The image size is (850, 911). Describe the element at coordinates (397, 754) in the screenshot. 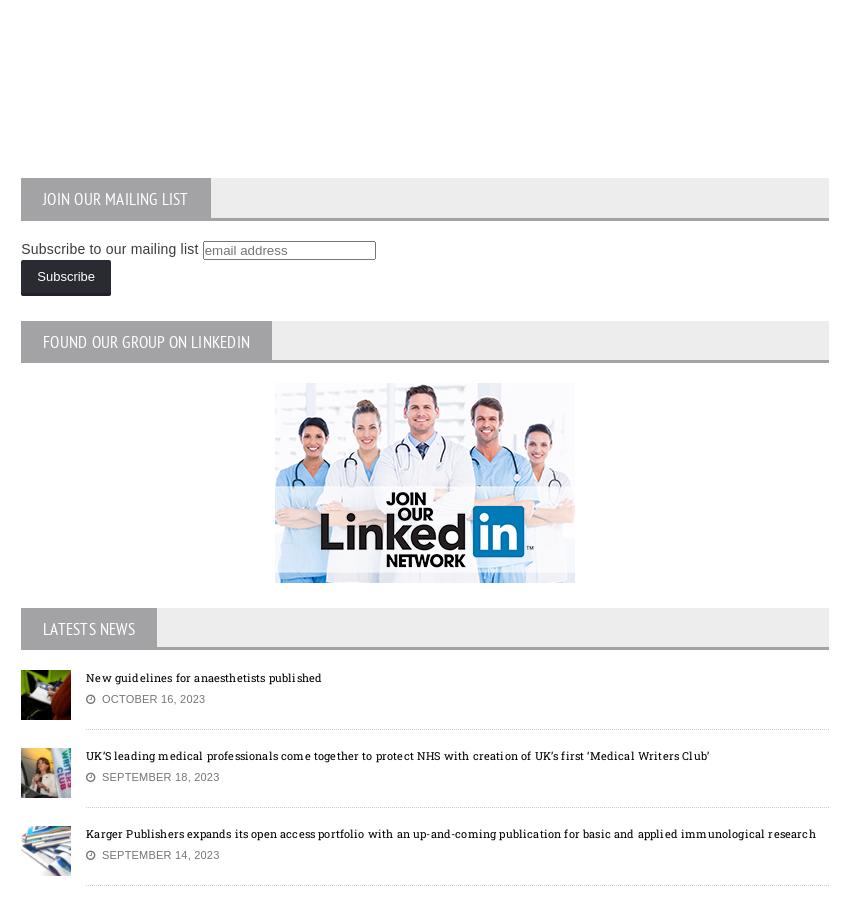

I see `'UK’S leading medical professionals come together to protect NHS with creation of UK’s first ‘Medical Writers Club’'` at that location.